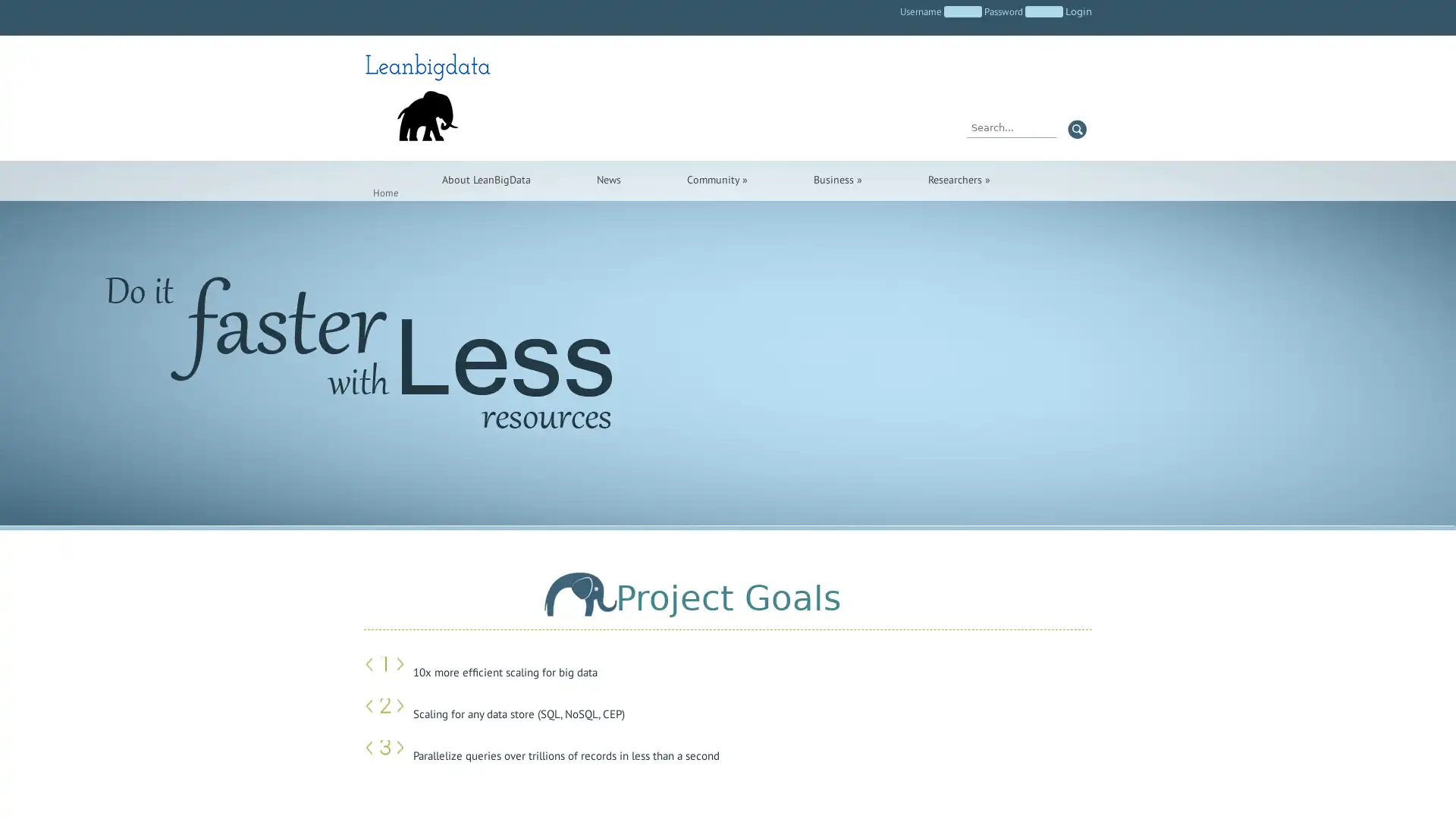 The width and height of the screenshot is (1456, 819). What do you see at coordinates (1076, 128) in the screenshot?
I see `Submit` at bounding box center [1076, 128].